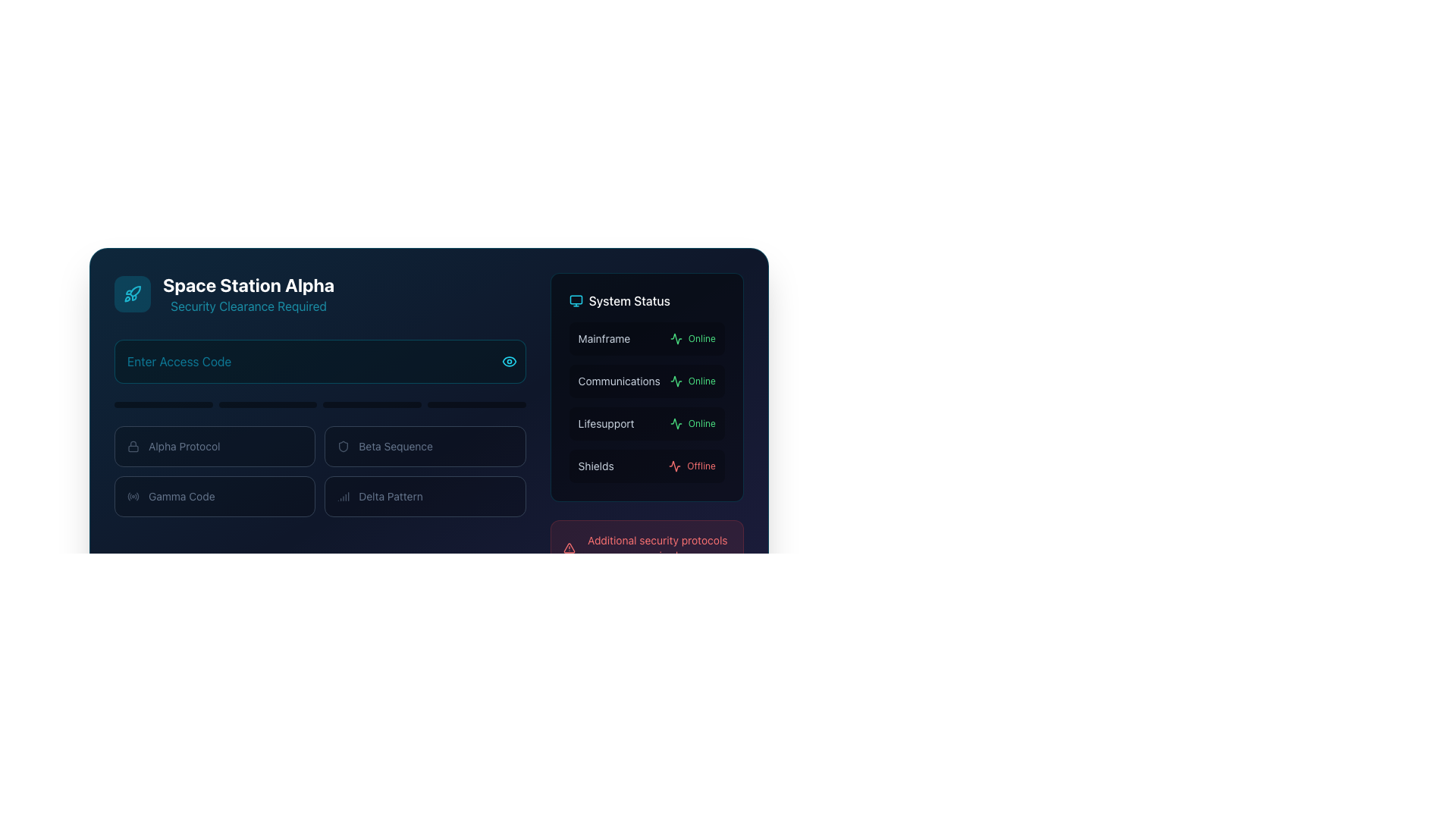  Describe the element at coordinates (647, 424) in the screenshot. I see `the Status bar indicating 'Online' for the 'Lifesupport' feature, which is located in the 'System Status' section, between 'Communications' and 'Shields'` at that location.